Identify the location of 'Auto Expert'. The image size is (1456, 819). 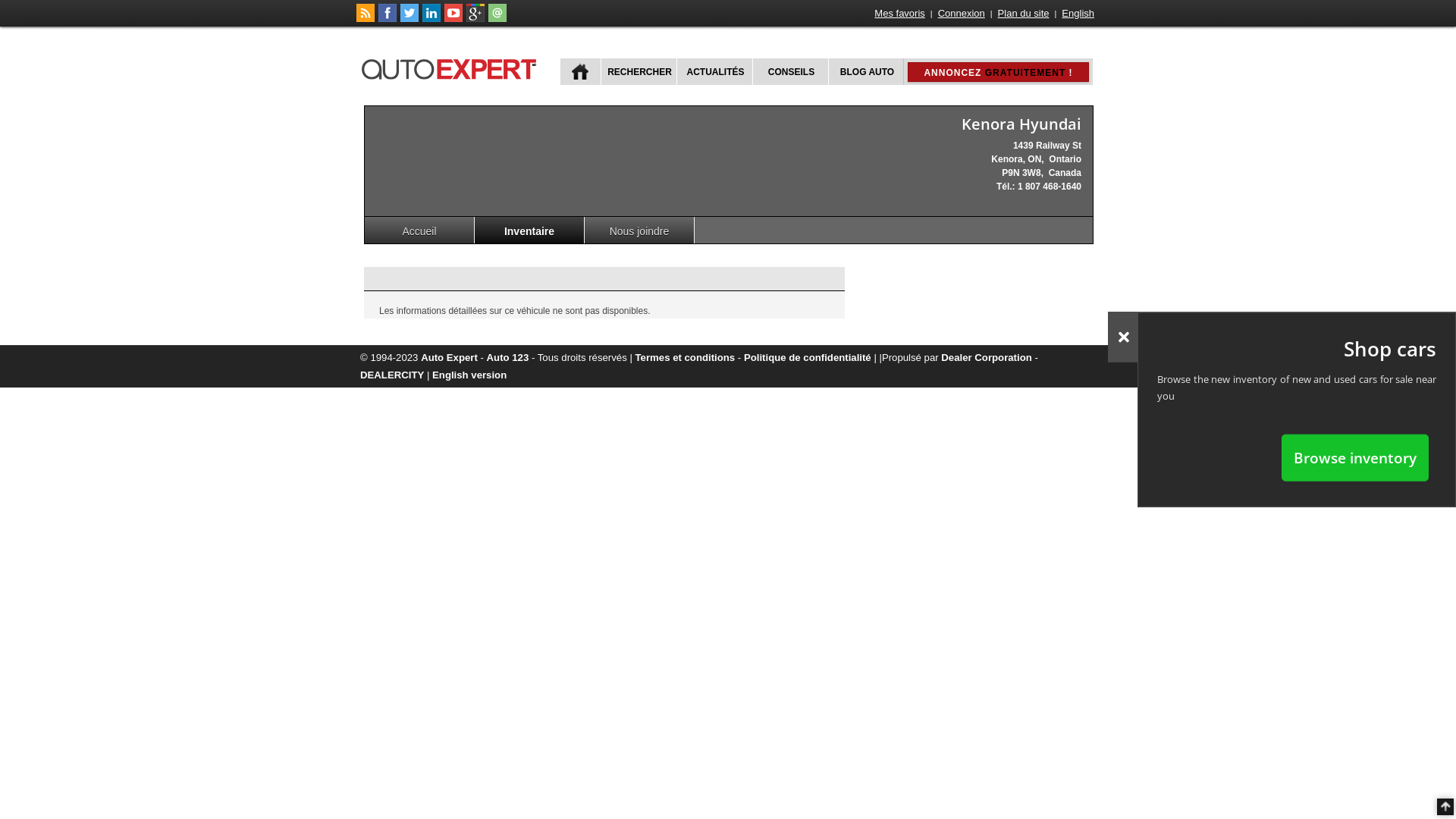
(448, 357).